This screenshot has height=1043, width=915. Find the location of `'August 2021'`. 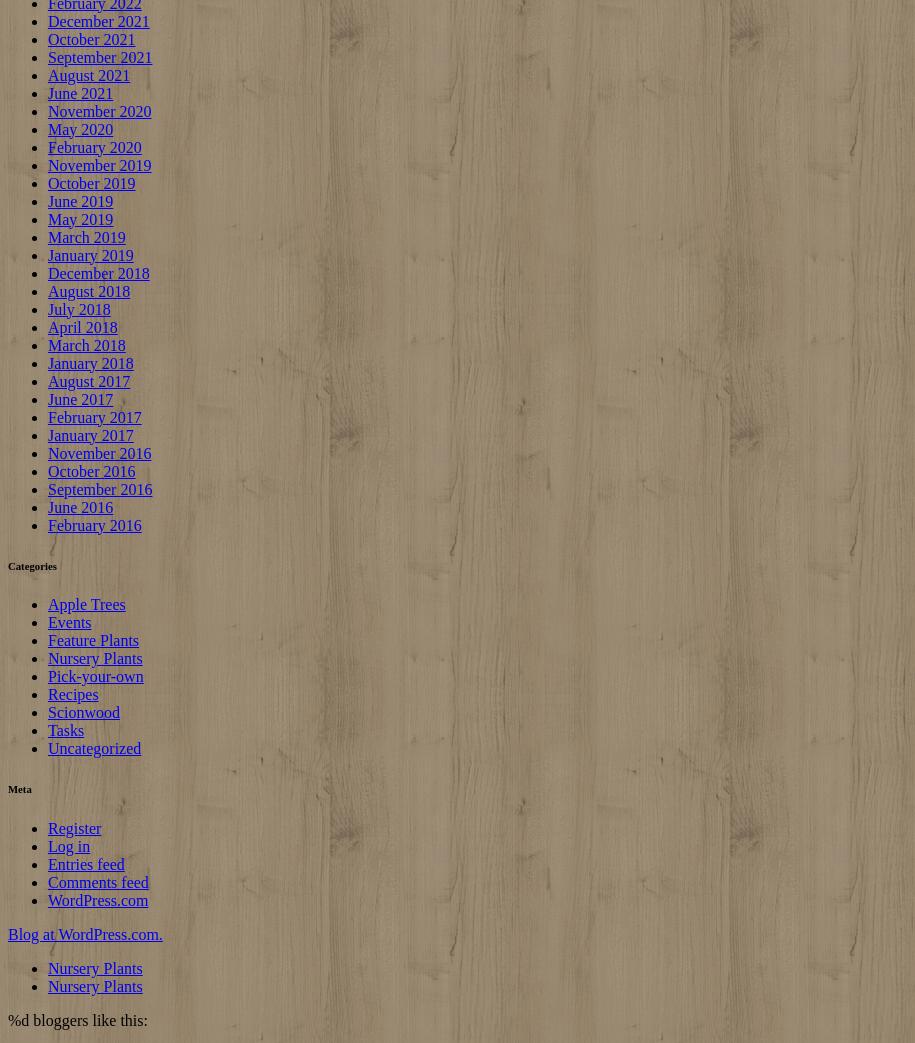

'August 2021' is located at coordinates (88, 73).